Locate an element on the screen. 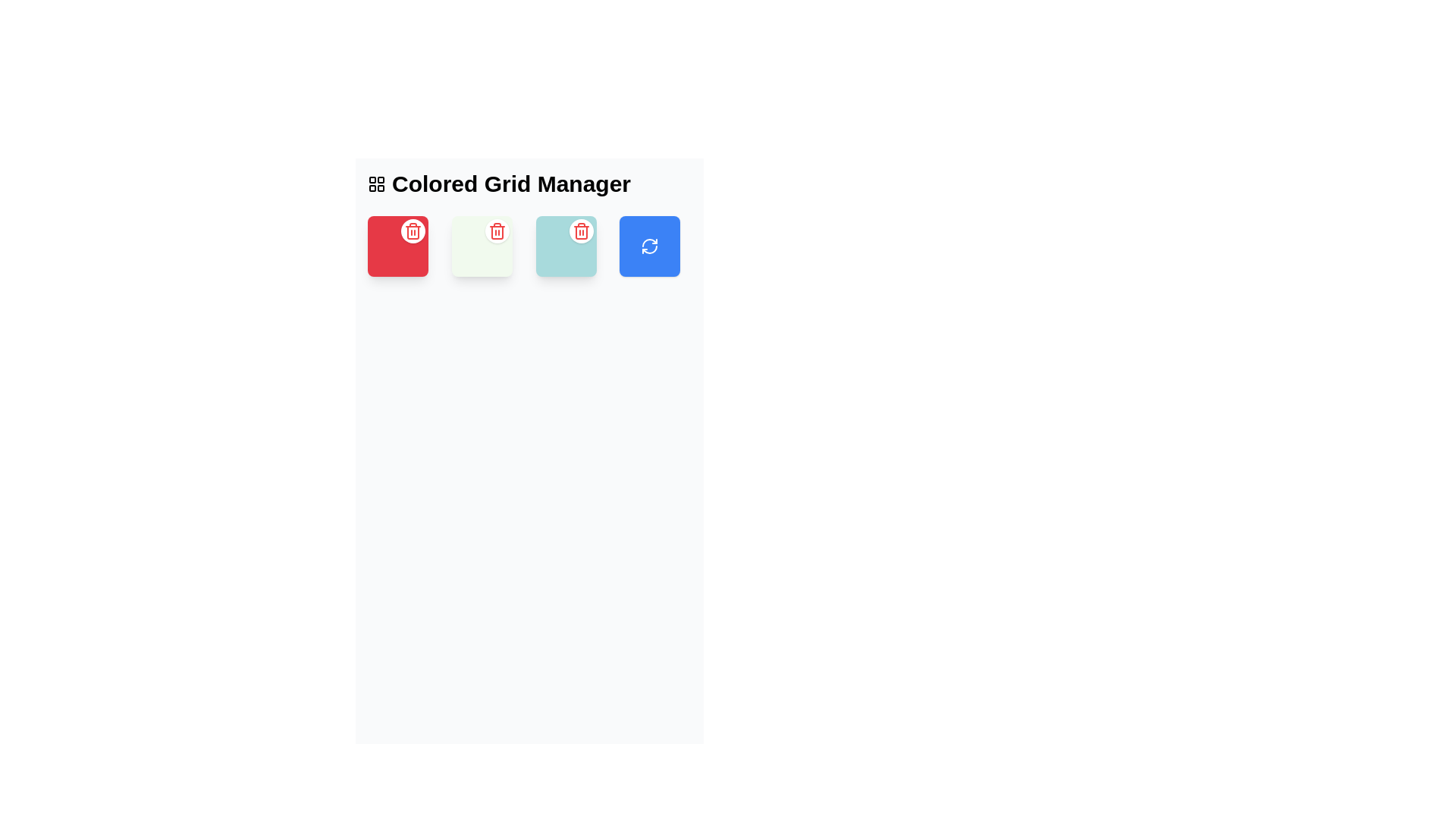  the round red trash can button located in the top-right corner of the cyan-colored card is located at coordinates (580, 231).